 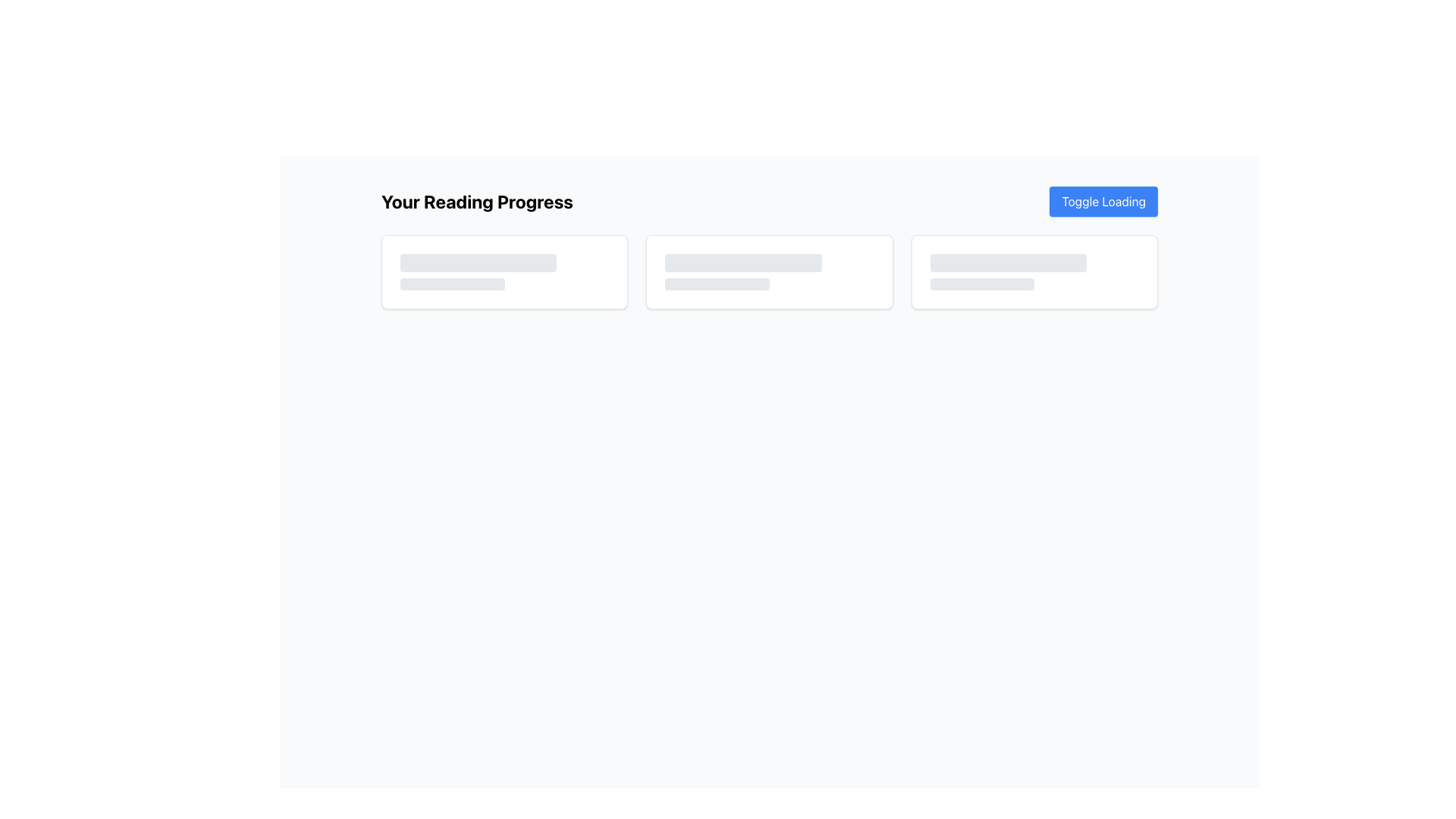 What do you see at coordinates (1033, 271) in the screenshot?
I see `Placeholder Card Interface, which is the rightmost card in a grid of three columns, characterized by rounded corners, a white background, and two placeholder bars` at bounding box center [1033, 271].